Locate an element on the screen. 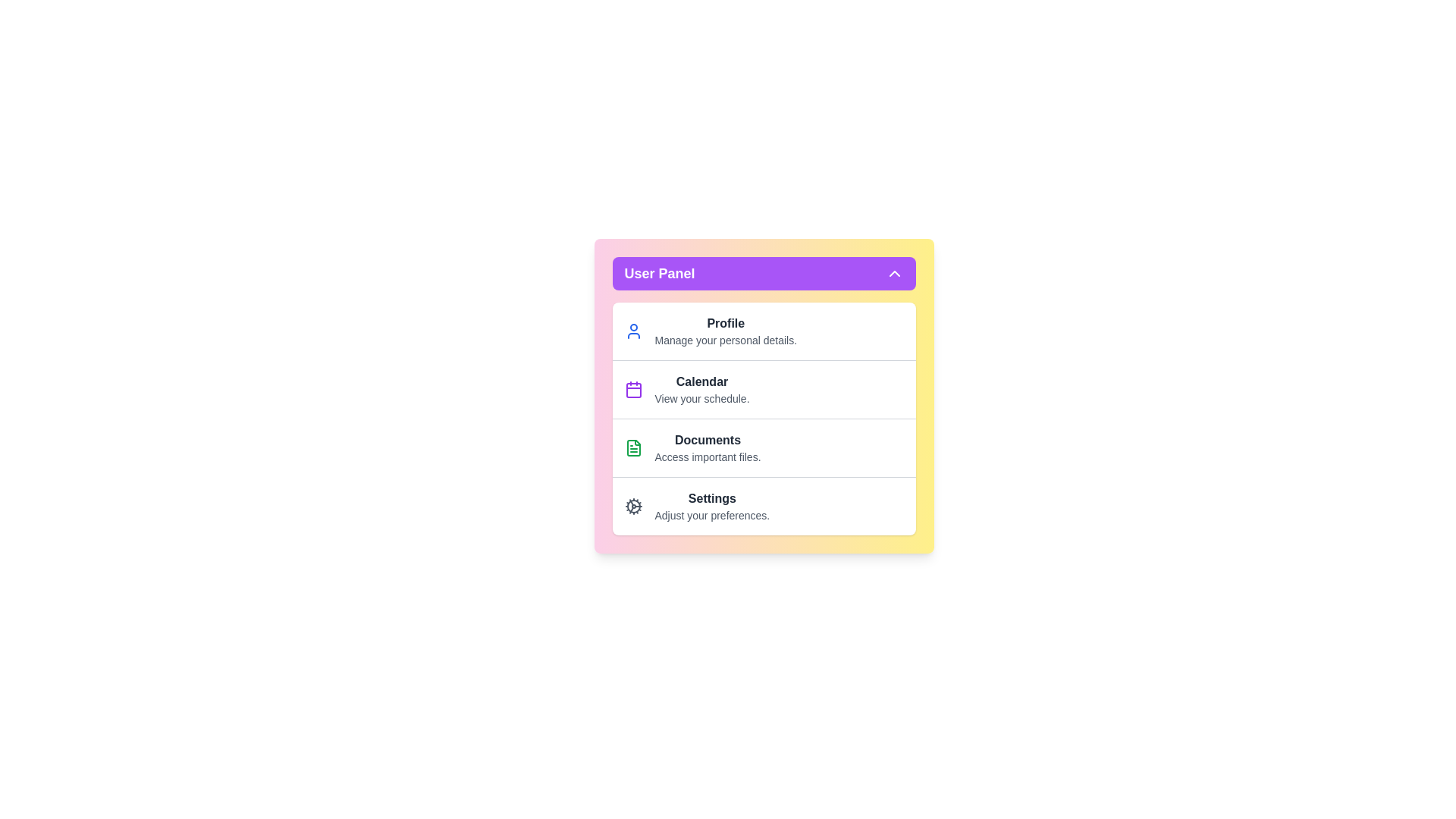 The image size is (1456, 819). the fourth text element in the vertically stacked list under the 'User Panel' is located at coordinates (711, 506).